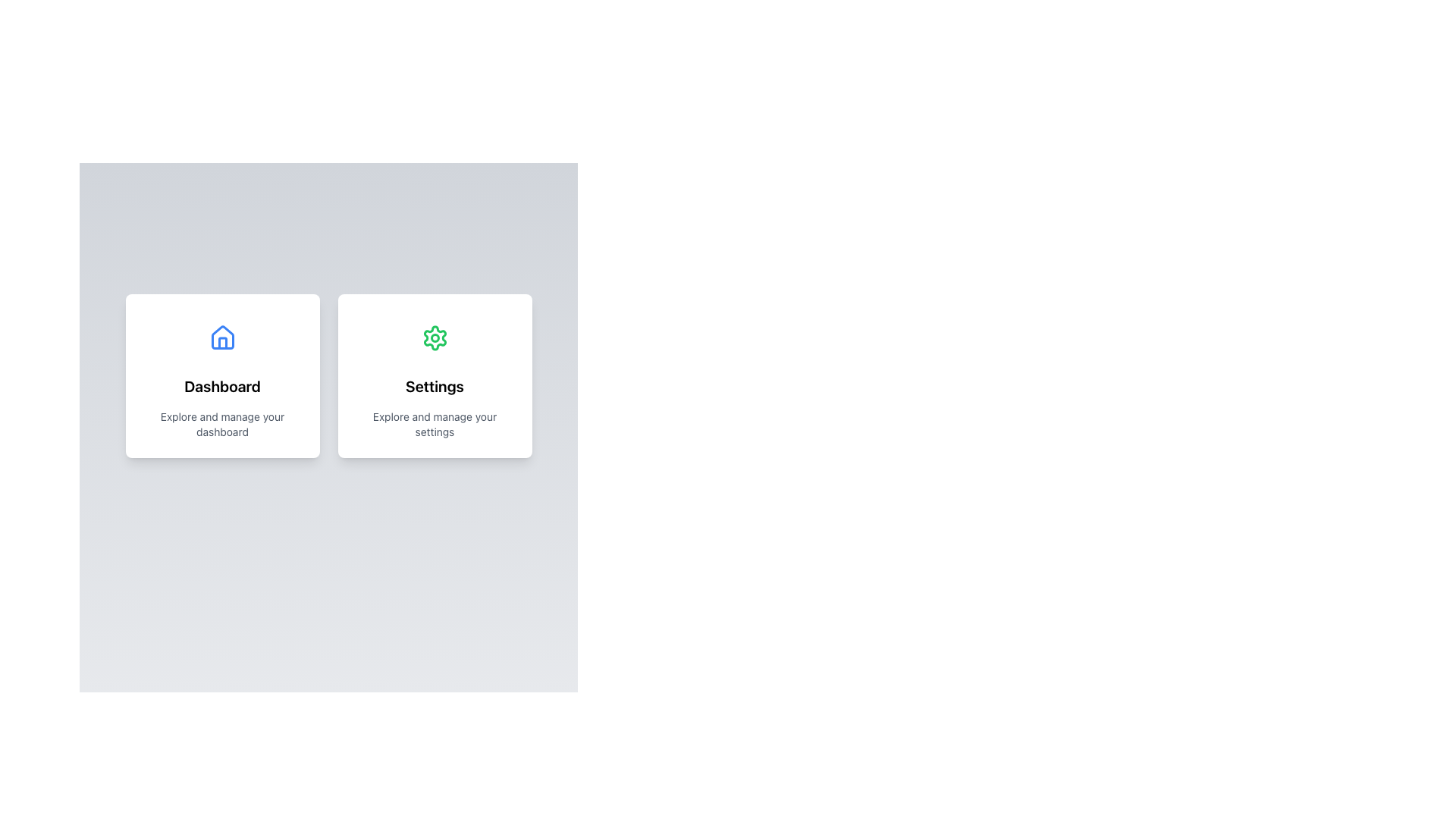 This screenshot has width=1456, height=819. I want to click on the stylized house icon with a blue outline and partially filled blue interior, located in the upper section of the 'Dashboard' card for contextual information, so click(221, 337).